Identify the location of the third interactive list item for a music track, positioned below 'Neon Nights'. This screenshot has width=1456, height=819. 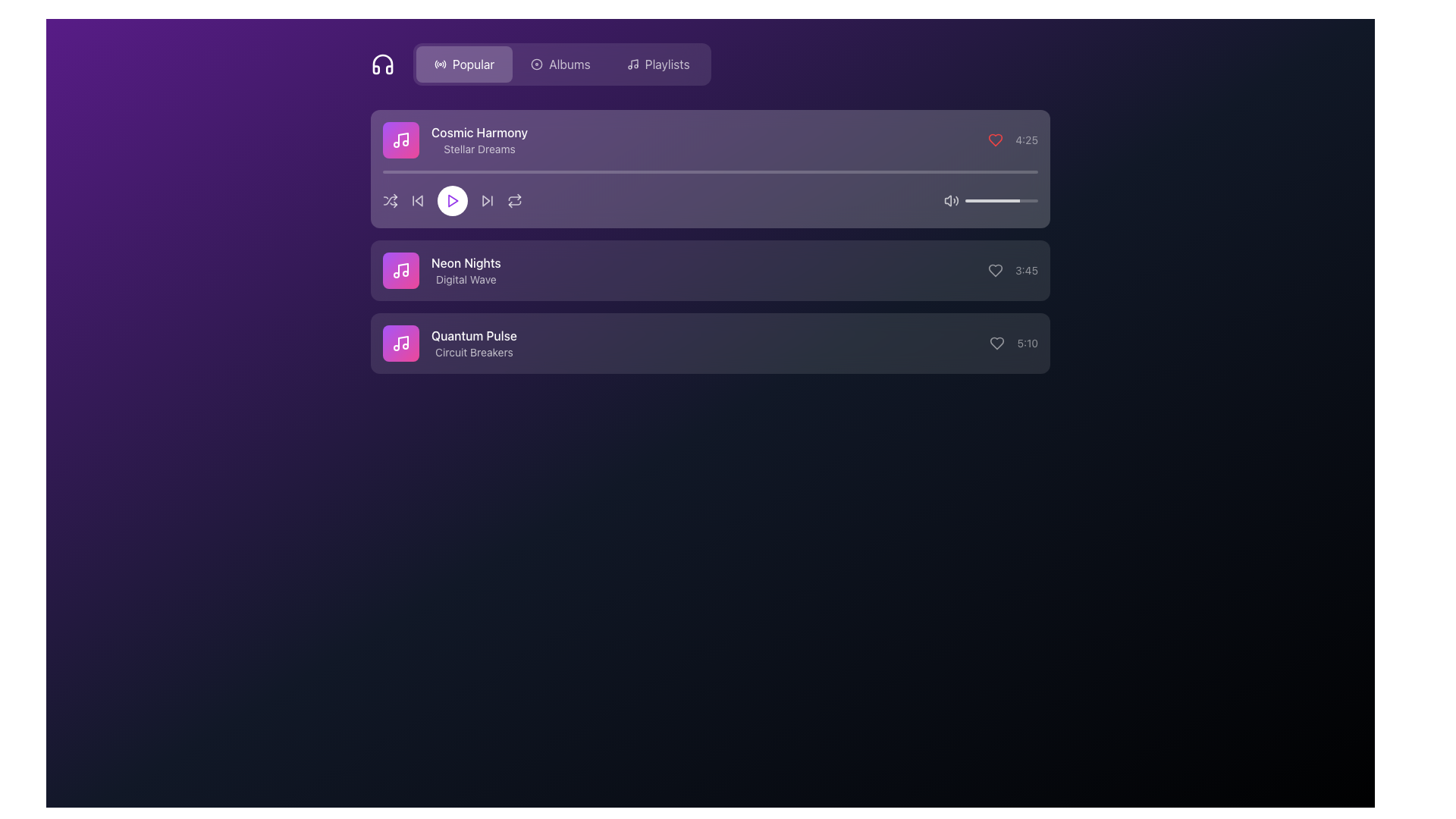
(709, 343).